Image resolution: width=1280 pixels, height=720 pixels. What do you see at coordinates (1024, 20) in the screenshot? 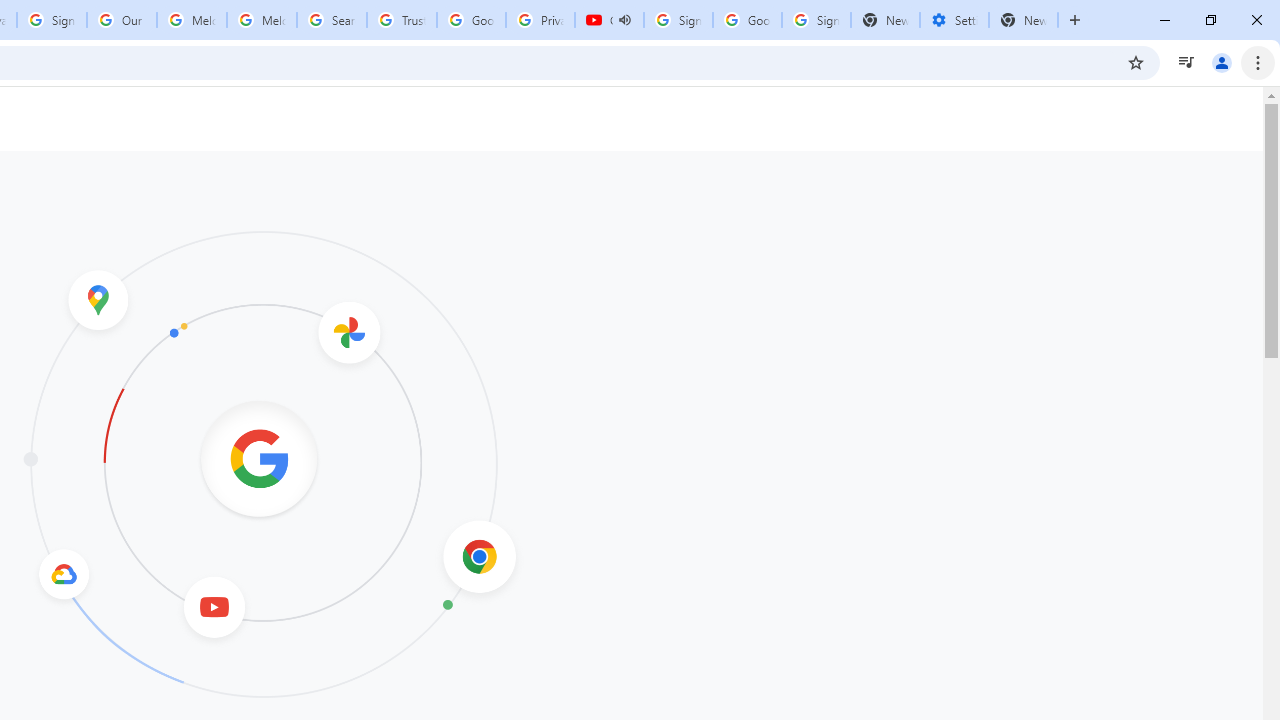
I see `'New Tab'` at bounding box center [1024, 20].